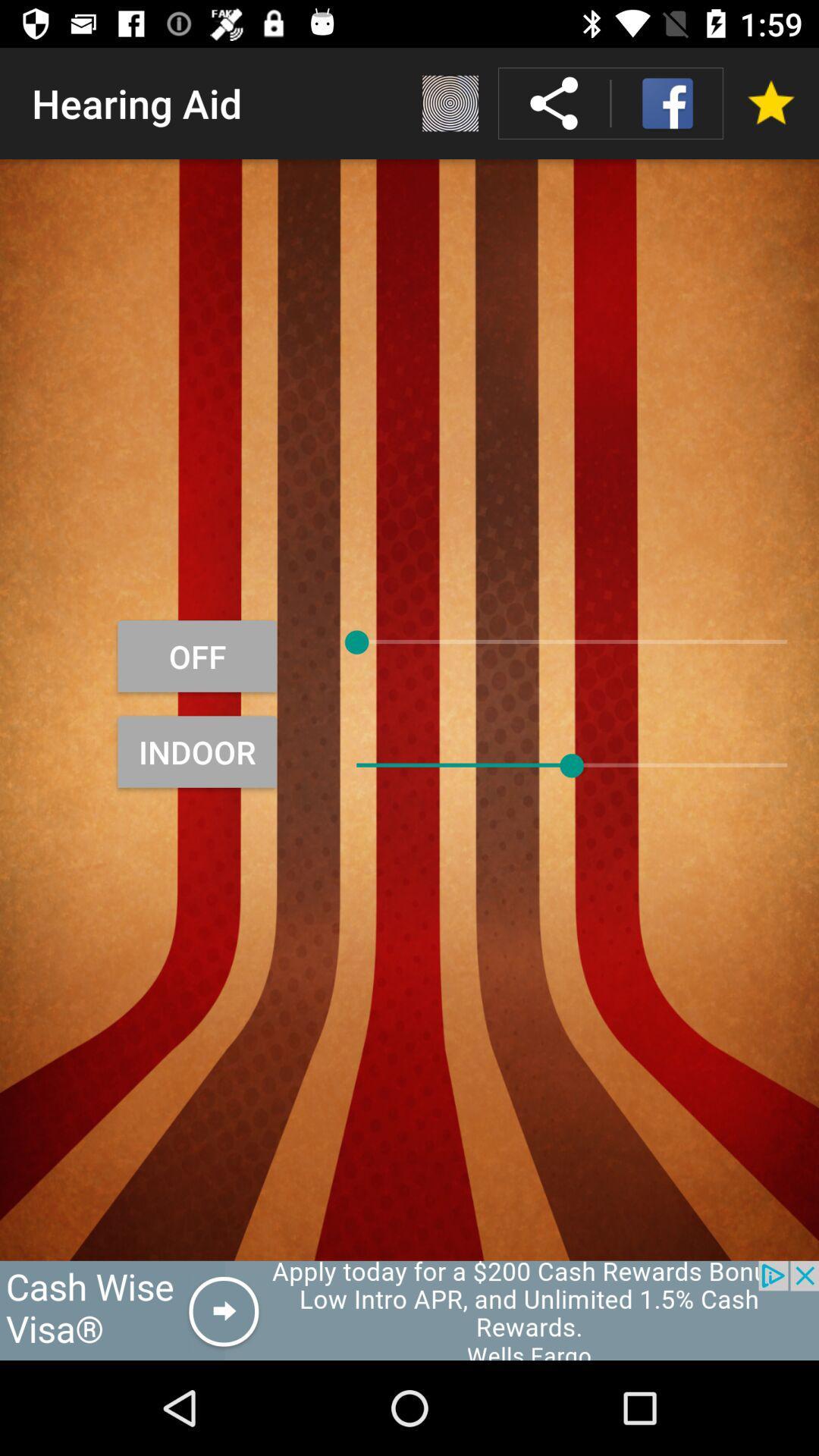 The width and height of the screenshot is (819, 1456). I want to click on advertisement, so click(409, 1310).